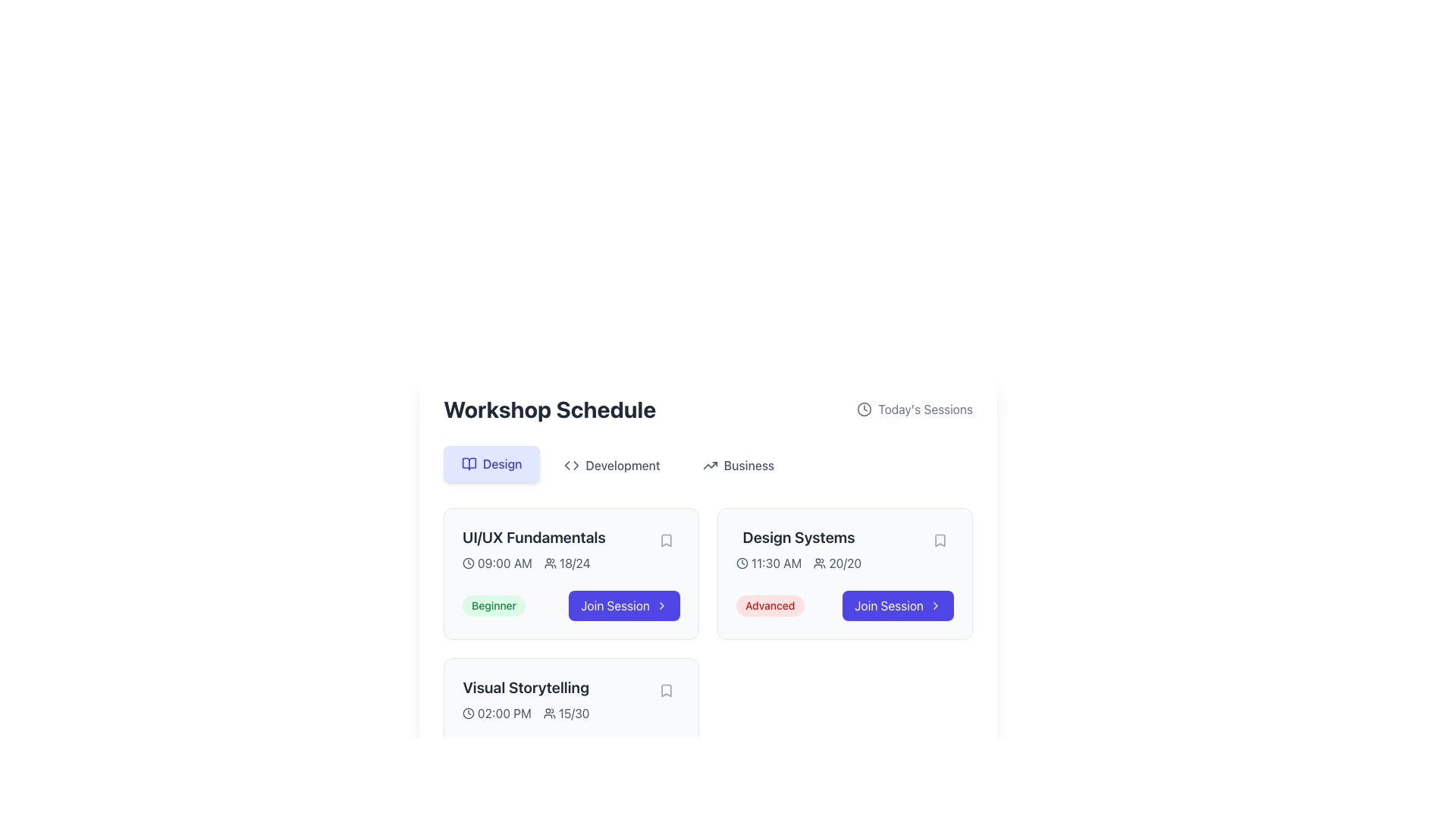 The width and height of the screenshot is (1456, 819). I want to click on the clock icon located to the left of the text 'Today's Sessions' in the header layout at the top-right corner of the interface, so click(864, 409).